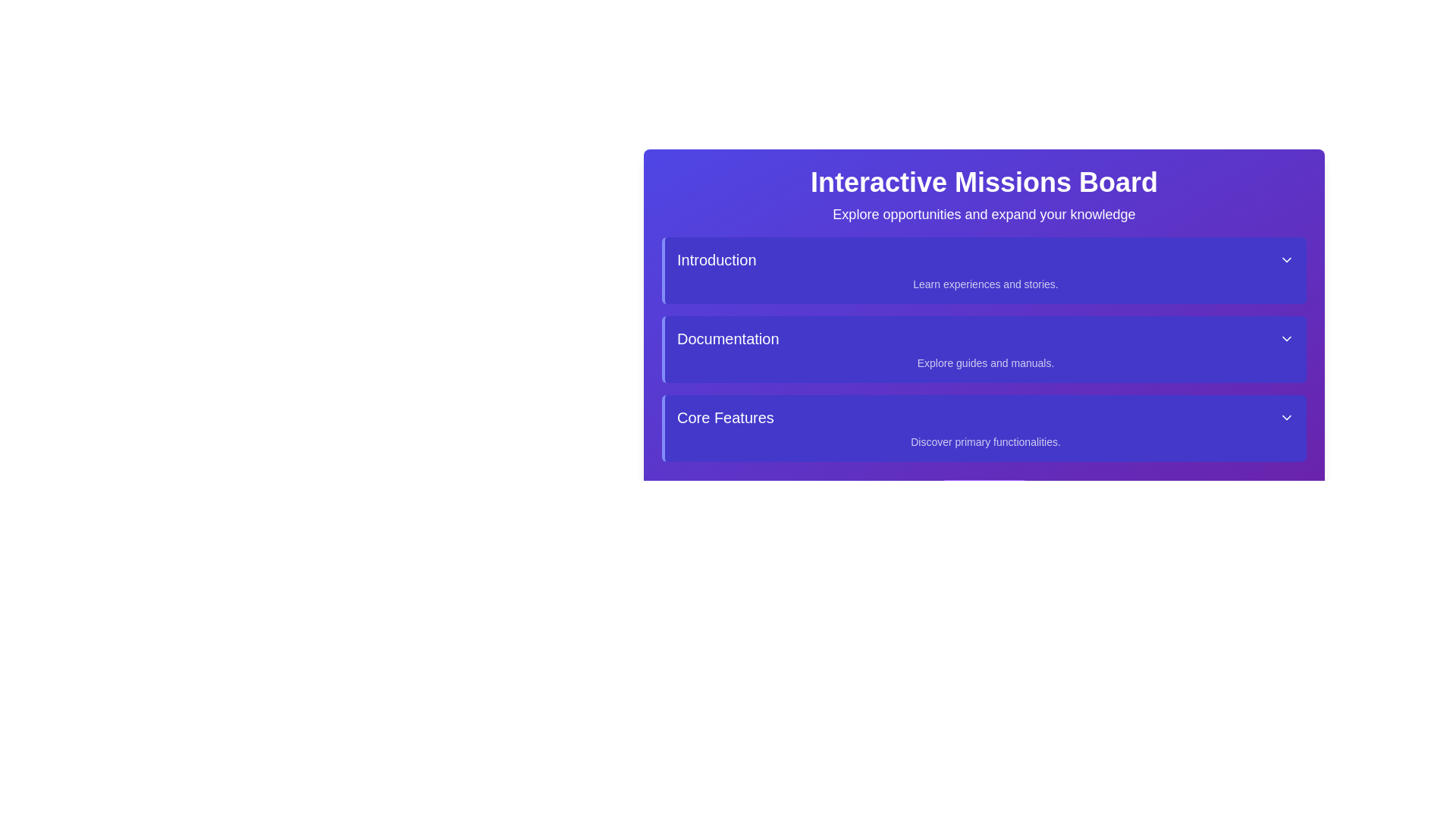 Image resolution: width=1456 pixels, height=819 pixels. Describe the element at coordinates (986, 284) in the screenshot. I see `the text element that contains 'Learn experiences and stories.' styled in a small font within the 'Introduction' section with an indigo background` at that location.